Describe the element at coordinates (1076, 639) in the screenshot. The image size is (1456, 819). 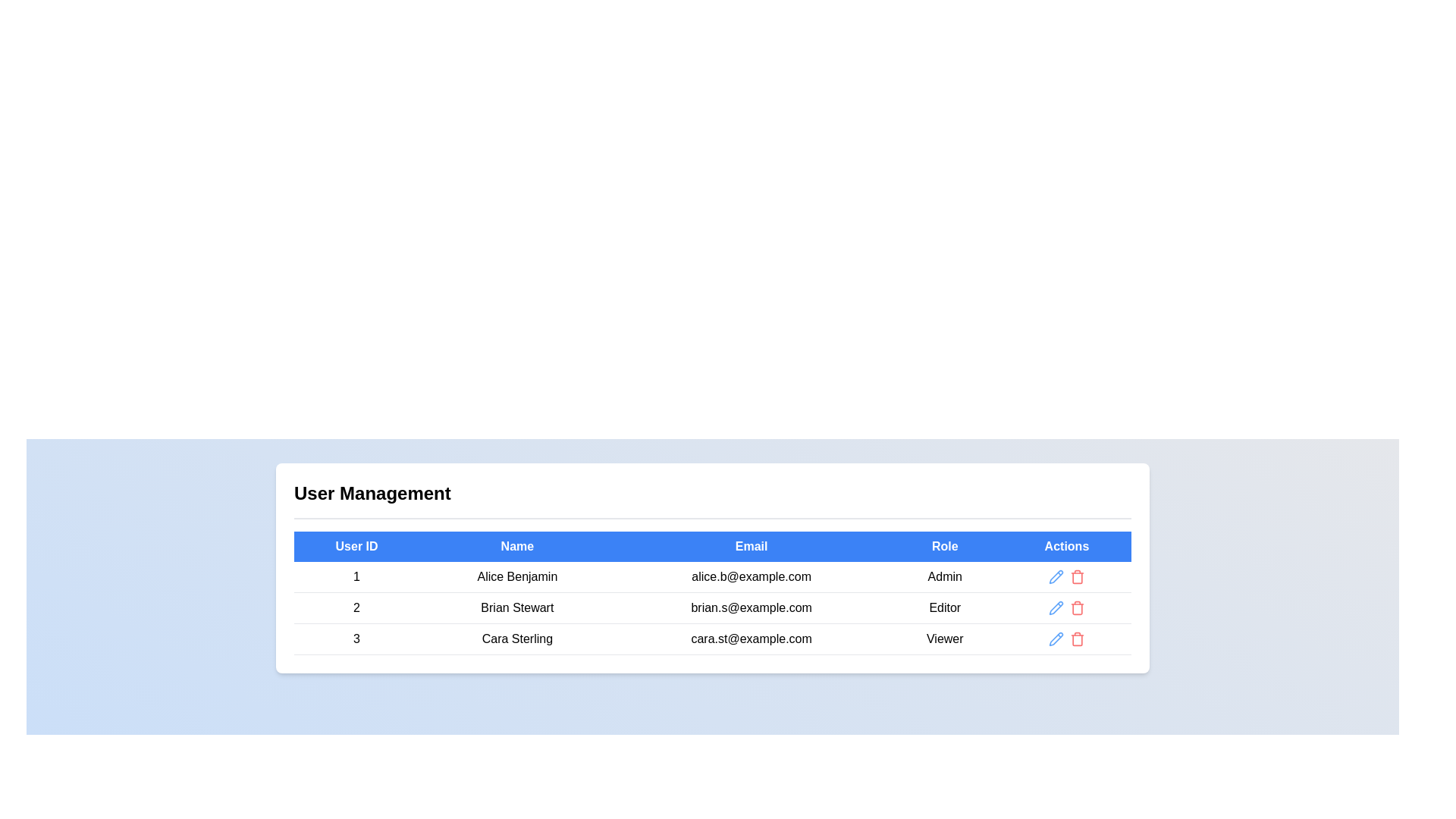
I see `the red trash bin icon in the 'Actions' column of the last row in the 'User Management' table` at that location.